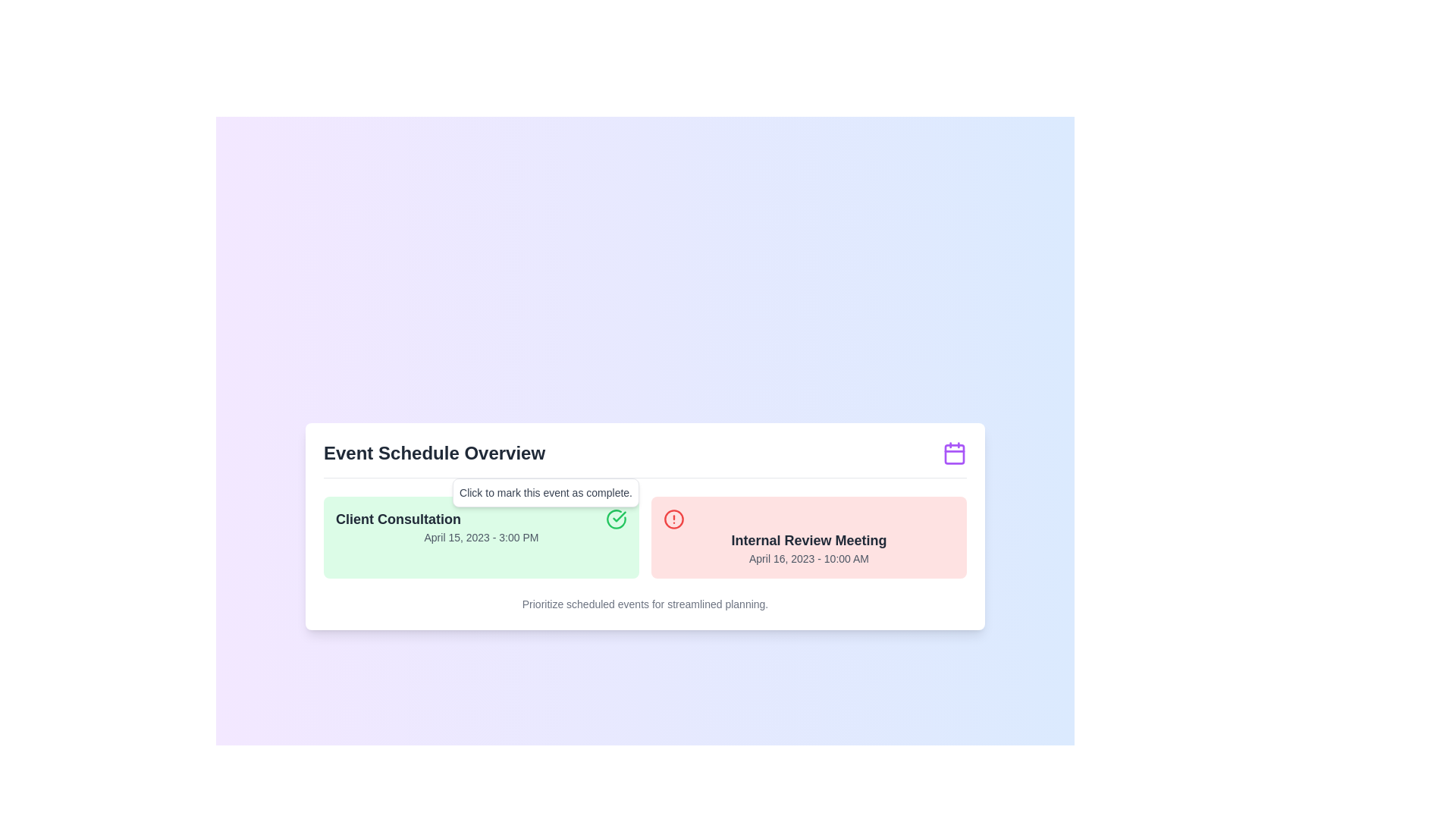 This screenshot has width=1456, height=819. What do you see at coordinates (546, 492) in the screenshot?
I see `the tooltip with the text 'Click to mark this event as complete.' located at the top-right corner of the 'Client Consultation' card` at bounding box center [546, 492].